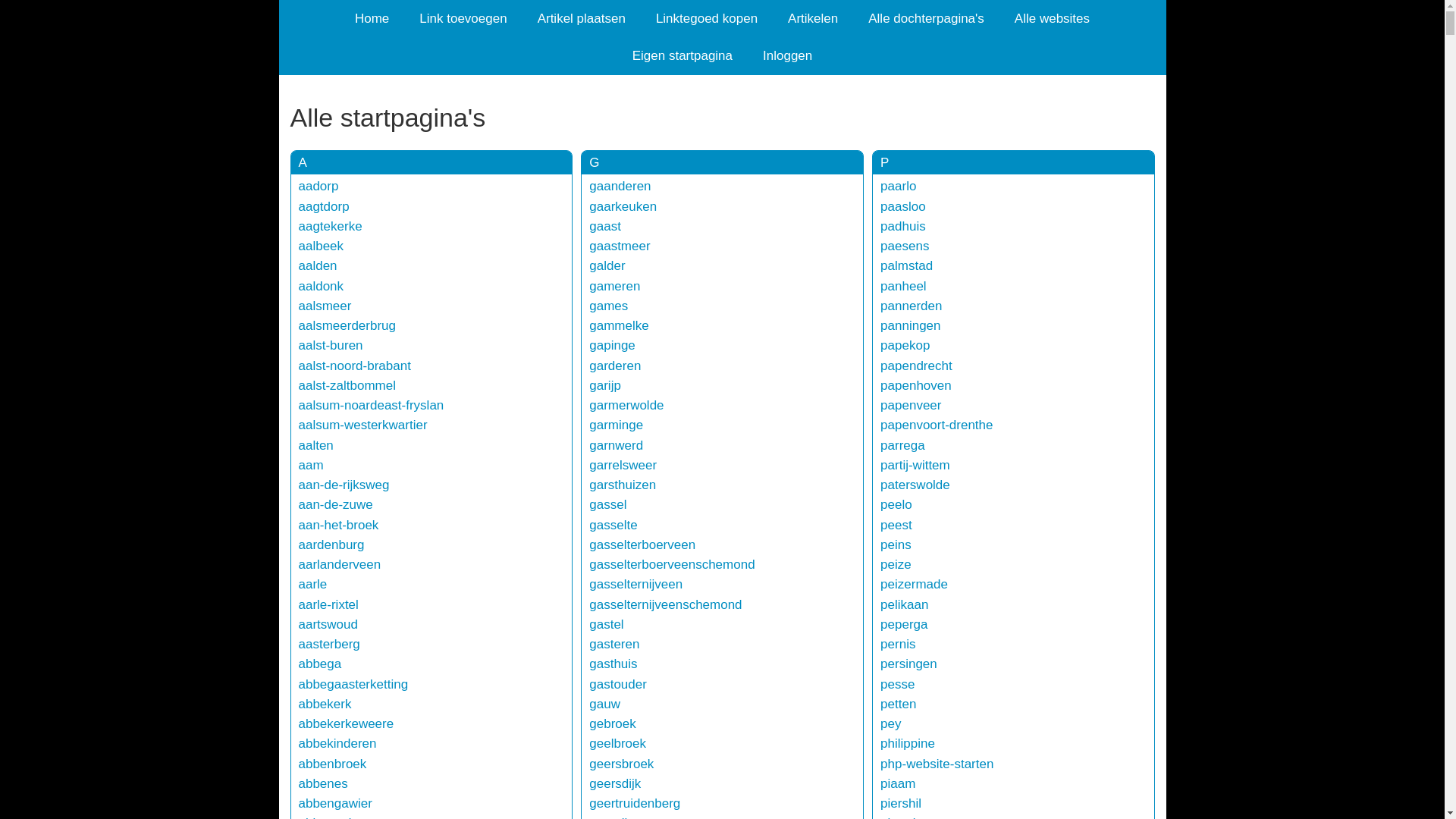 The width and height of the screenshot is (1456, 819). Describe the element at coordinates (904, 604) in the screenshot. I see `'pelikaan'` at that location.